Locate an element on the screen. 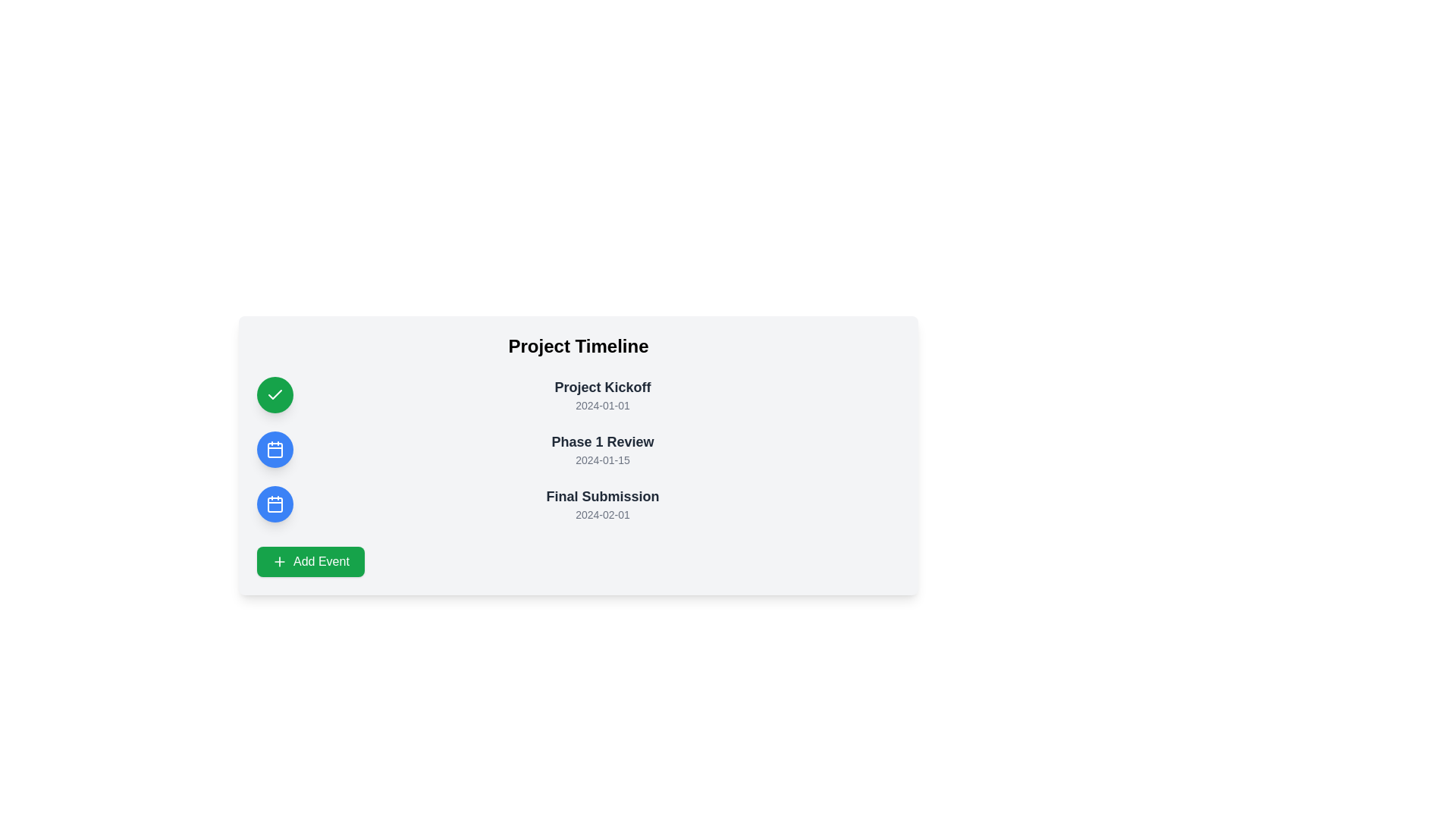 This screenshot has height=819, width=1456. the second icon in the left sidebar that serves as a visual indicator for calendar-related features is located at coordinates (275, 449).